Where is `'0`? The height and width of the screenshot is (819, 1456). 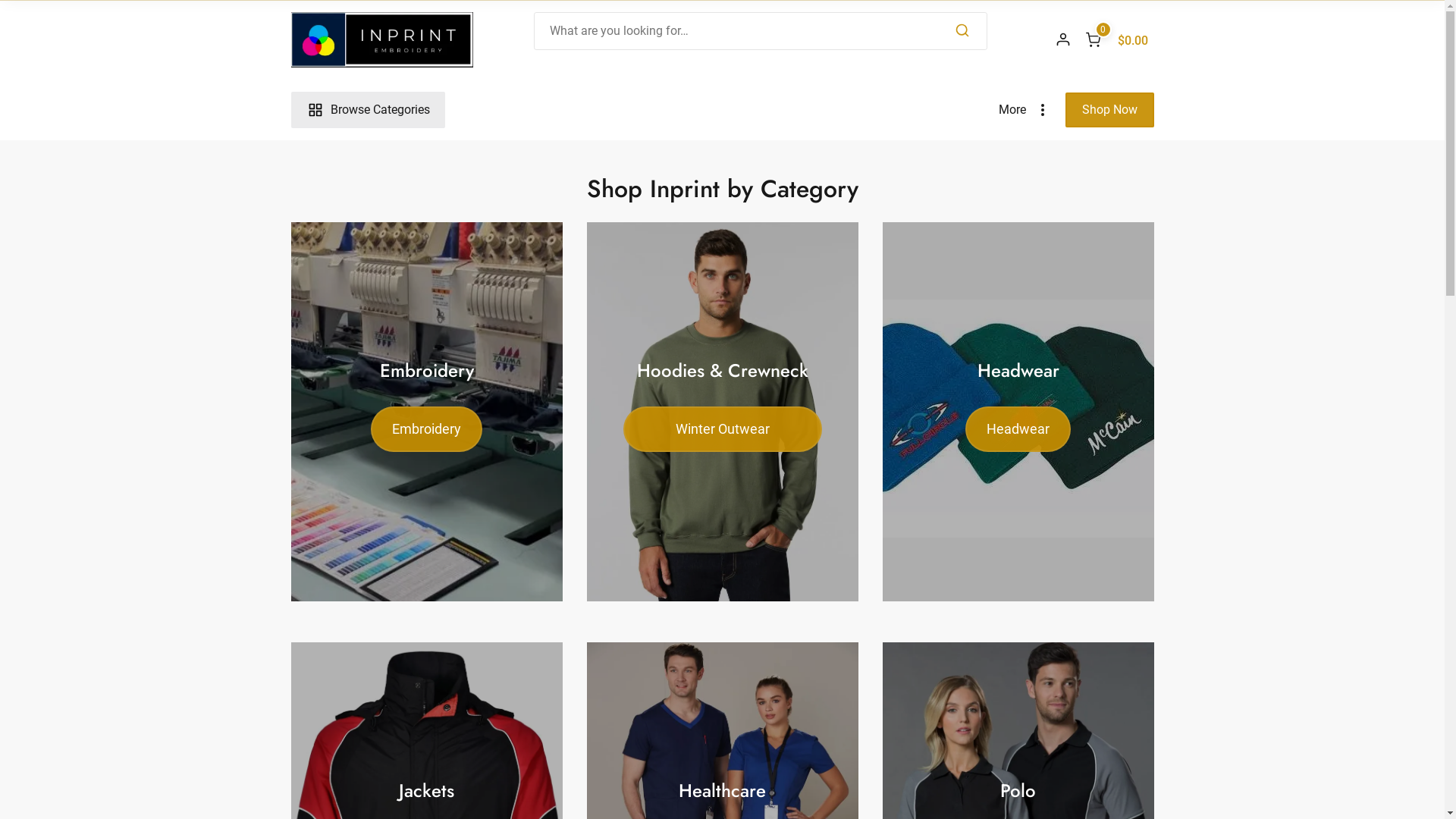 '0 is located at coordinates (1116, 38).